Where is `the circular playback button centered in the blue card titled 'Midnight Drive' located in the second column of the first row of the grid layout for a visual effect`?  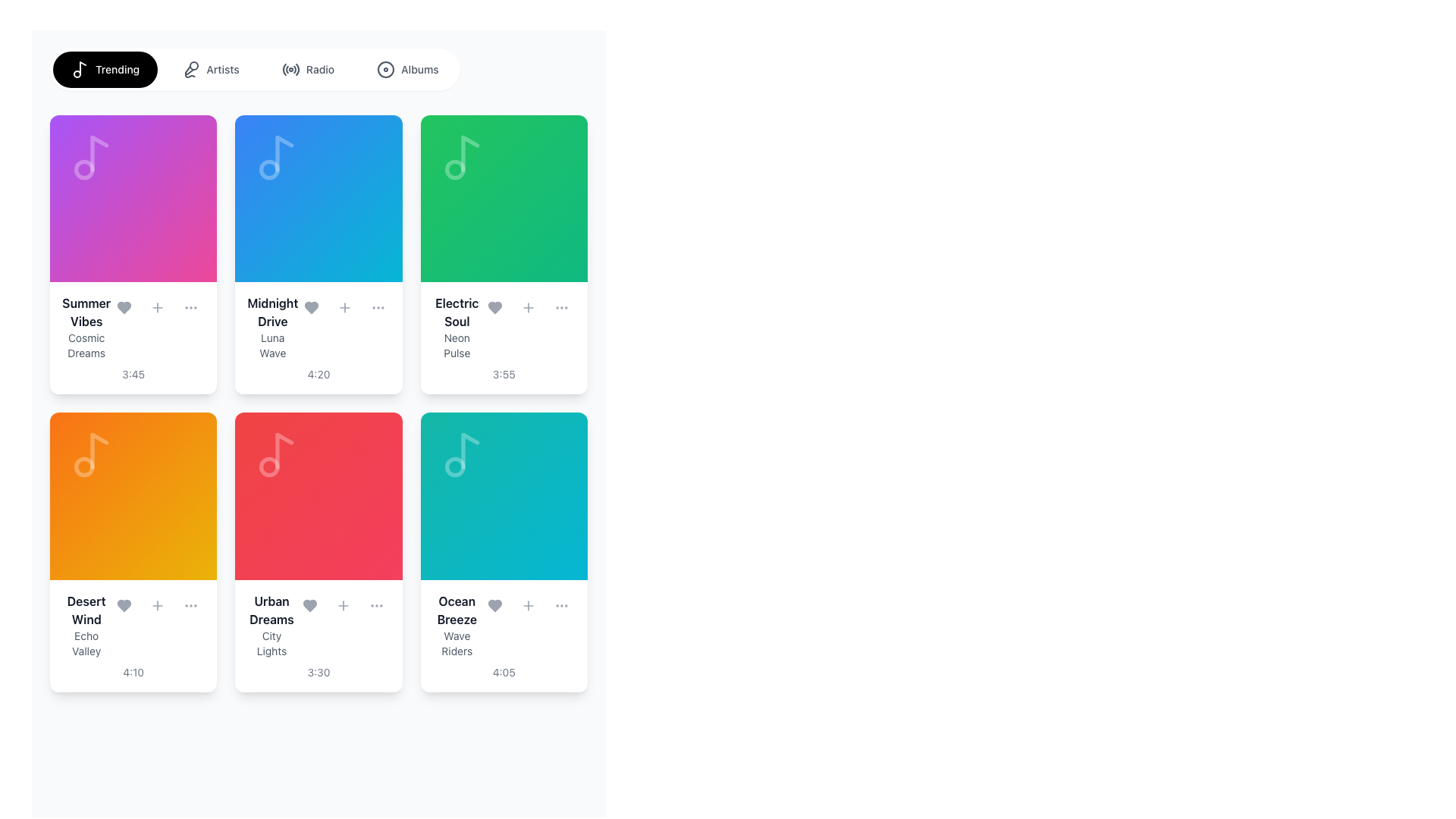
the circular playback button centered in the blue card titled 'Midnight Drive' located in the second column of the first row of the grid layout for a visual effect is located at coordinates (318, 198).